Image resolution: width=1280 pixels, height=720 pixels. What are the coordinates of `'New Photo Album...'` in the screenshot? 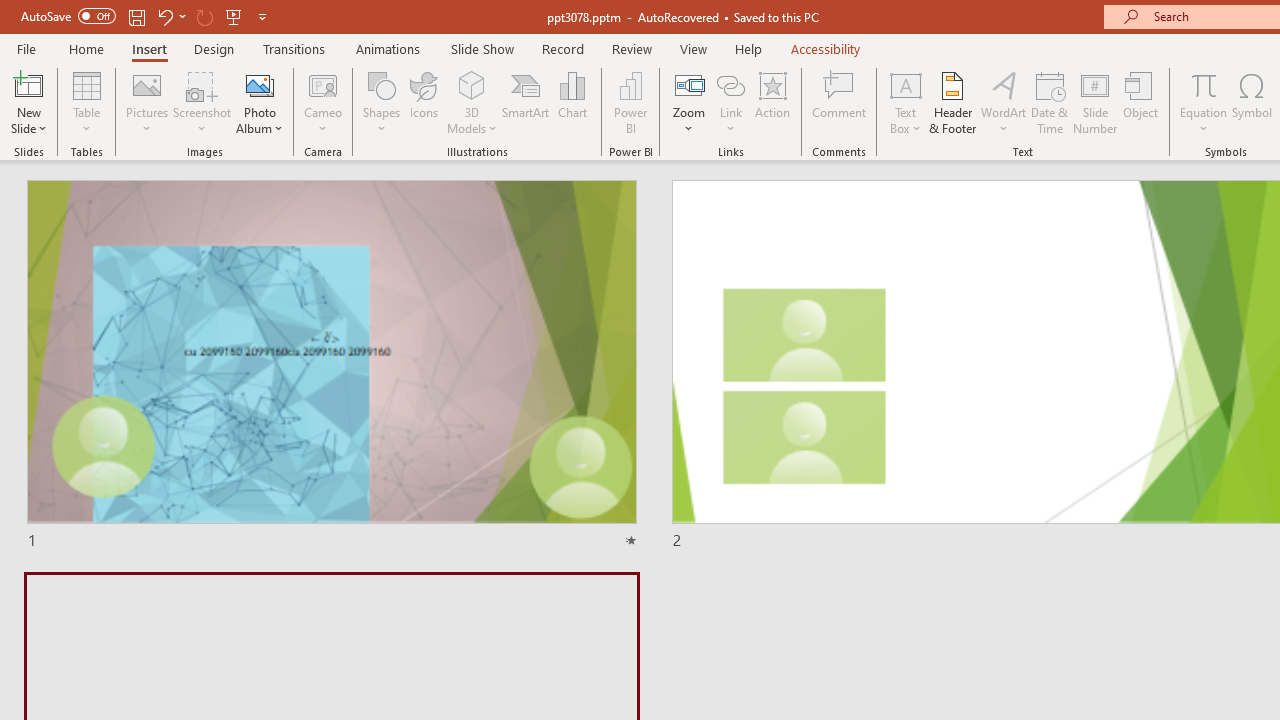 It's located at (258, 84).